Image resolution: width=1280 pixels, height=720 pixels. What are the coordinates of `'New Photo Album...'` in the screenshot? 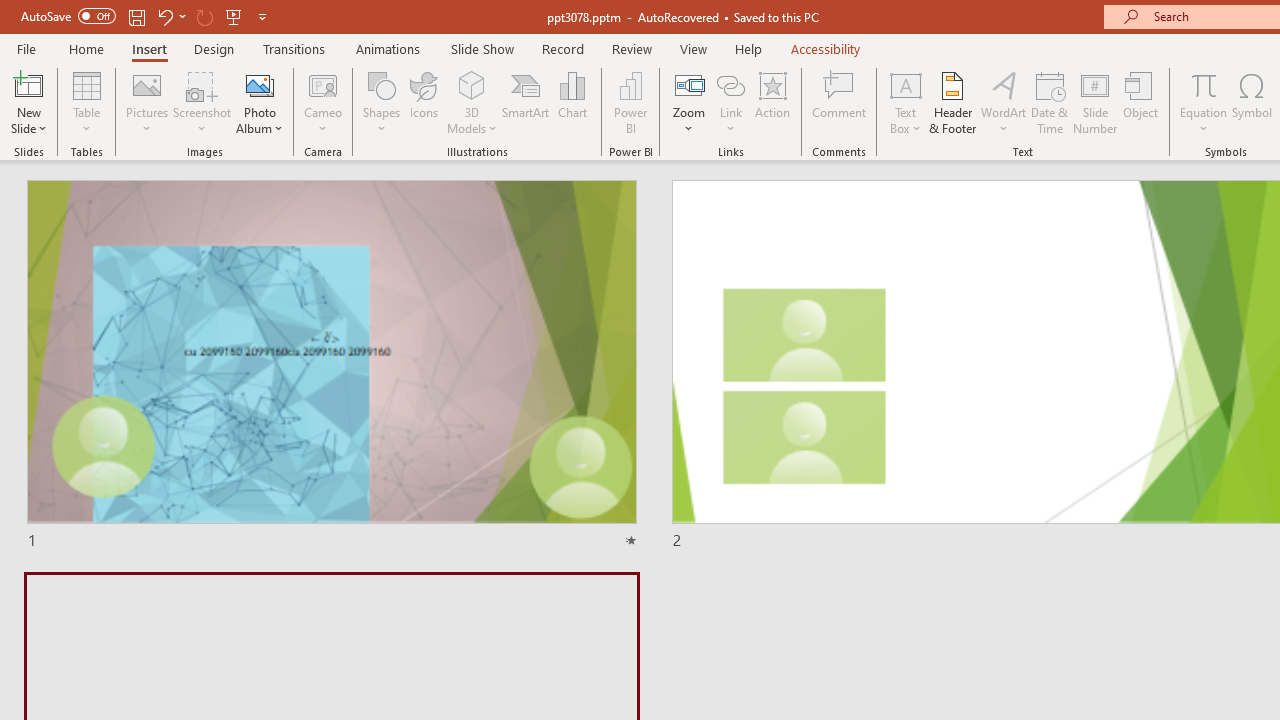 It's located at (258, 84).